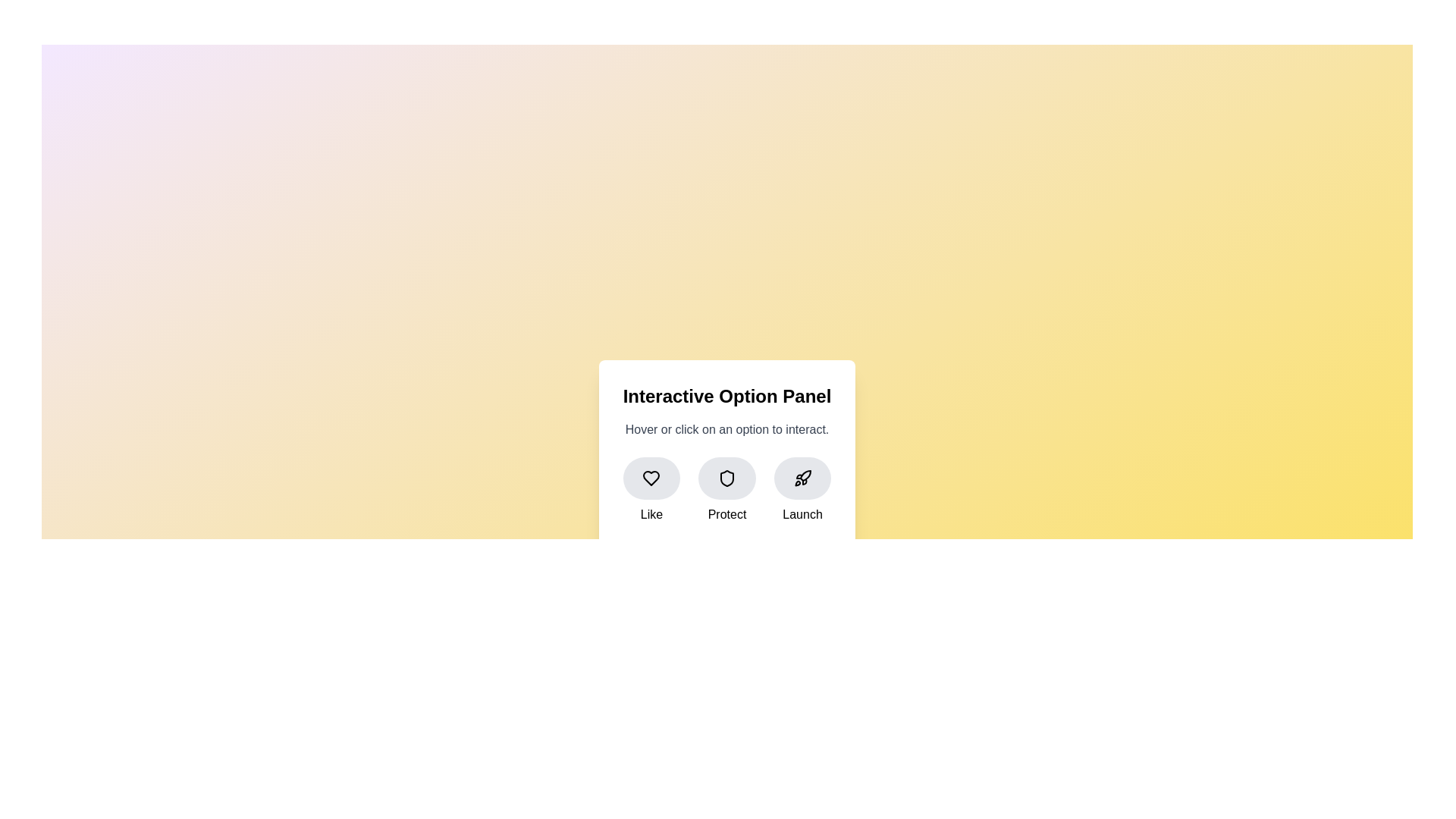  Describe the element at coordinates (802, 513) in the screenshot. I see `the 'Launch' text label, which is styled with medium font weight and located to the far right among three horizontally aligned options in the interactive panel` at that location.